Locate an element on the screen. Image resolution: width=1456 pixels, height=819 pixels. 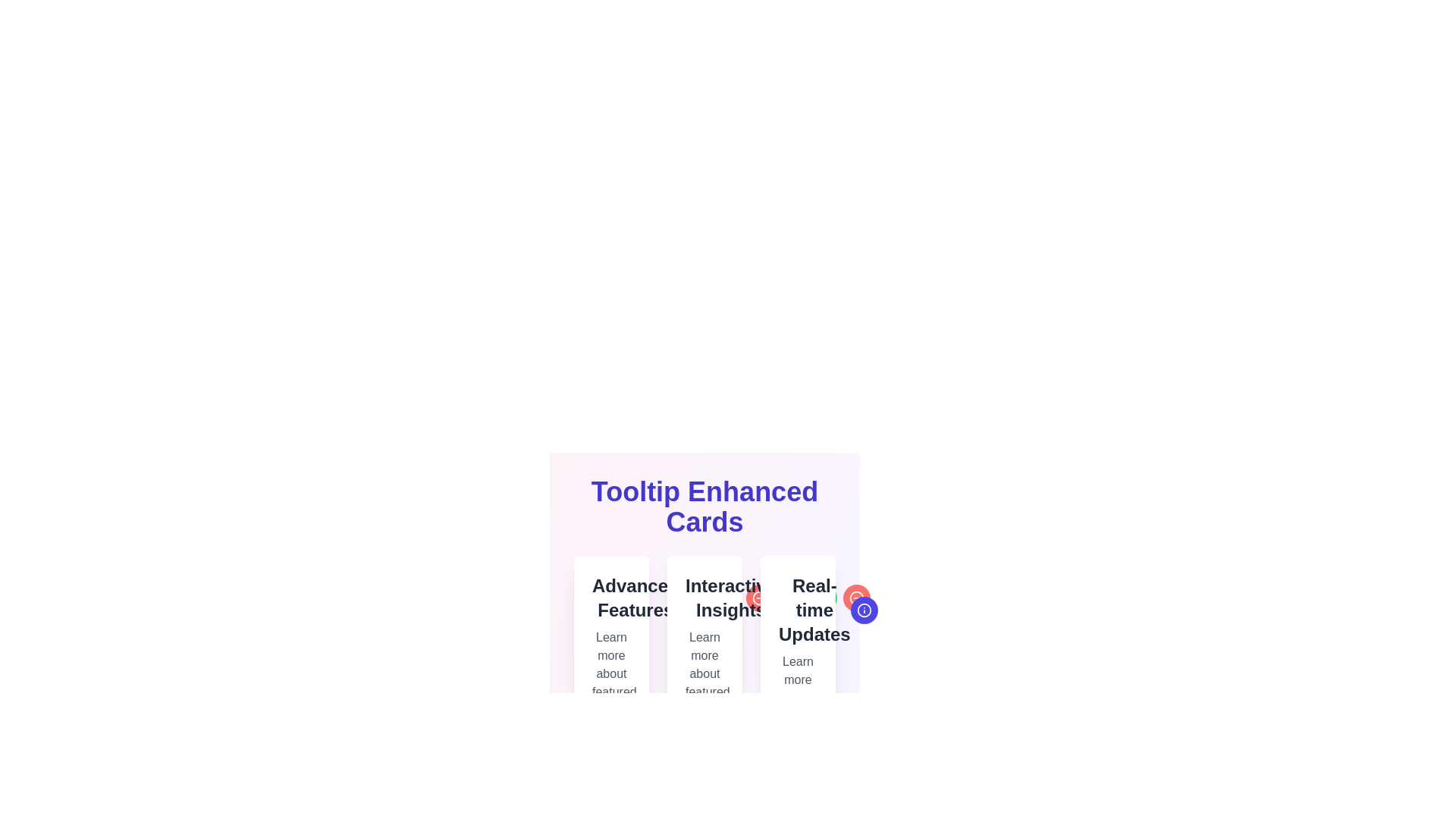
the Action button with an icon, which is centrally aligned in a circular red background near the 'Real-time Updates' section is located at coordinates (930, 610).